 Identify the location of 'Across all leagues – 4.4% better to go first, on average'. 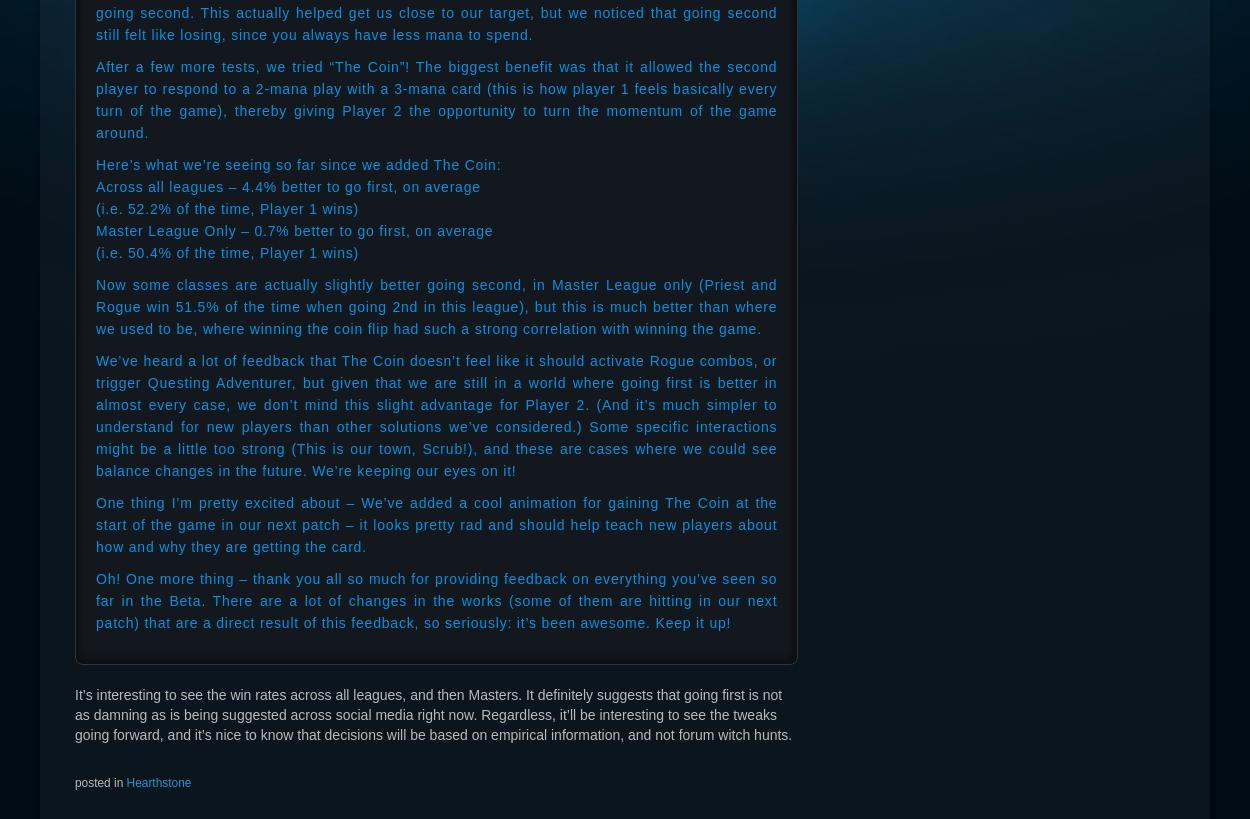
(288, 186).